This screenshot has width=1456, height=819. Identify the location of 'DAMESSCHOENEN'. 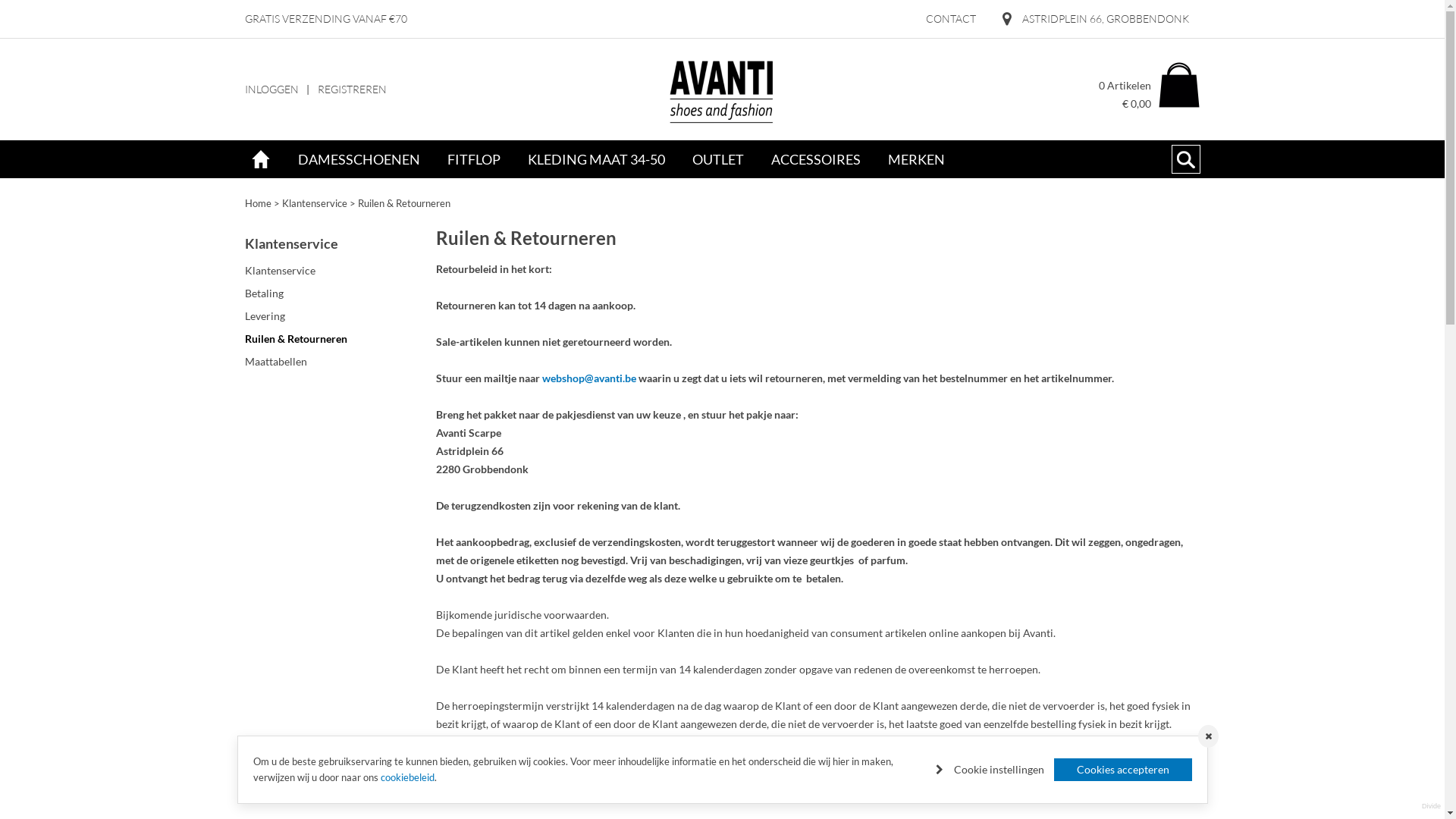
(357, 159).